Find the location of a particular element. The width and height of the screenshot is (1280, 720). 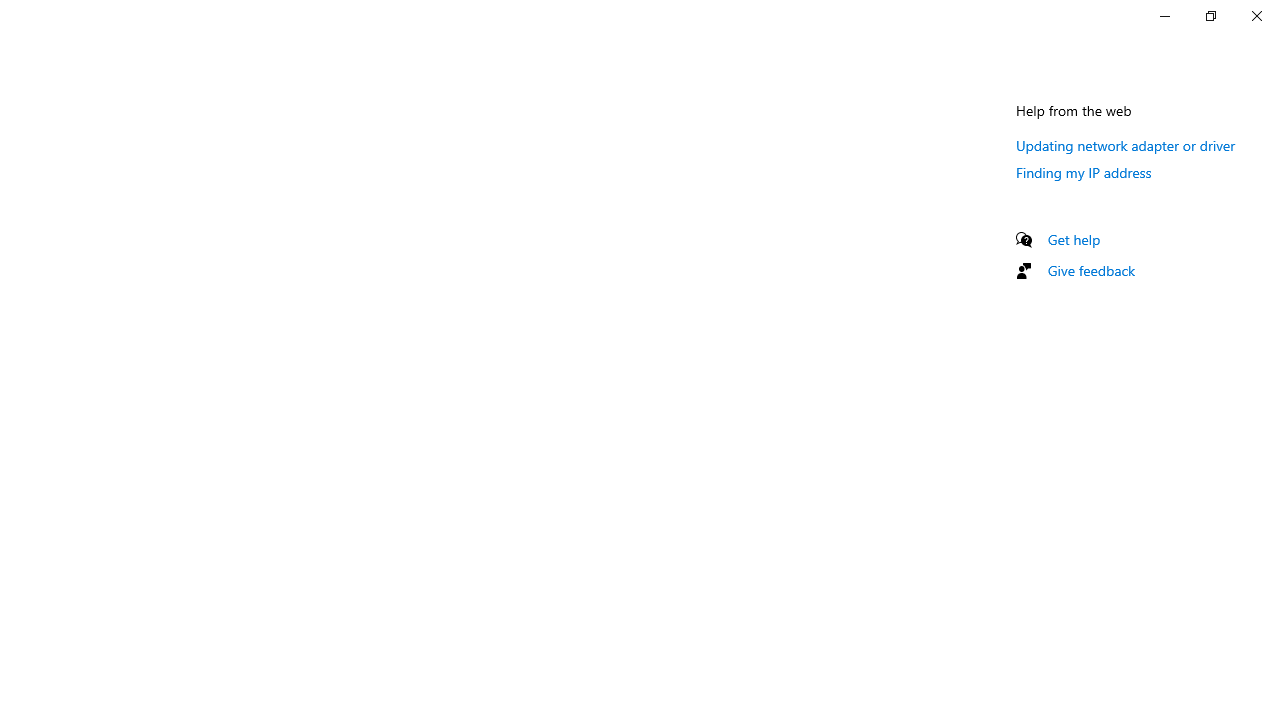

'Restore Settings' is located at coordinates (1209, 15).